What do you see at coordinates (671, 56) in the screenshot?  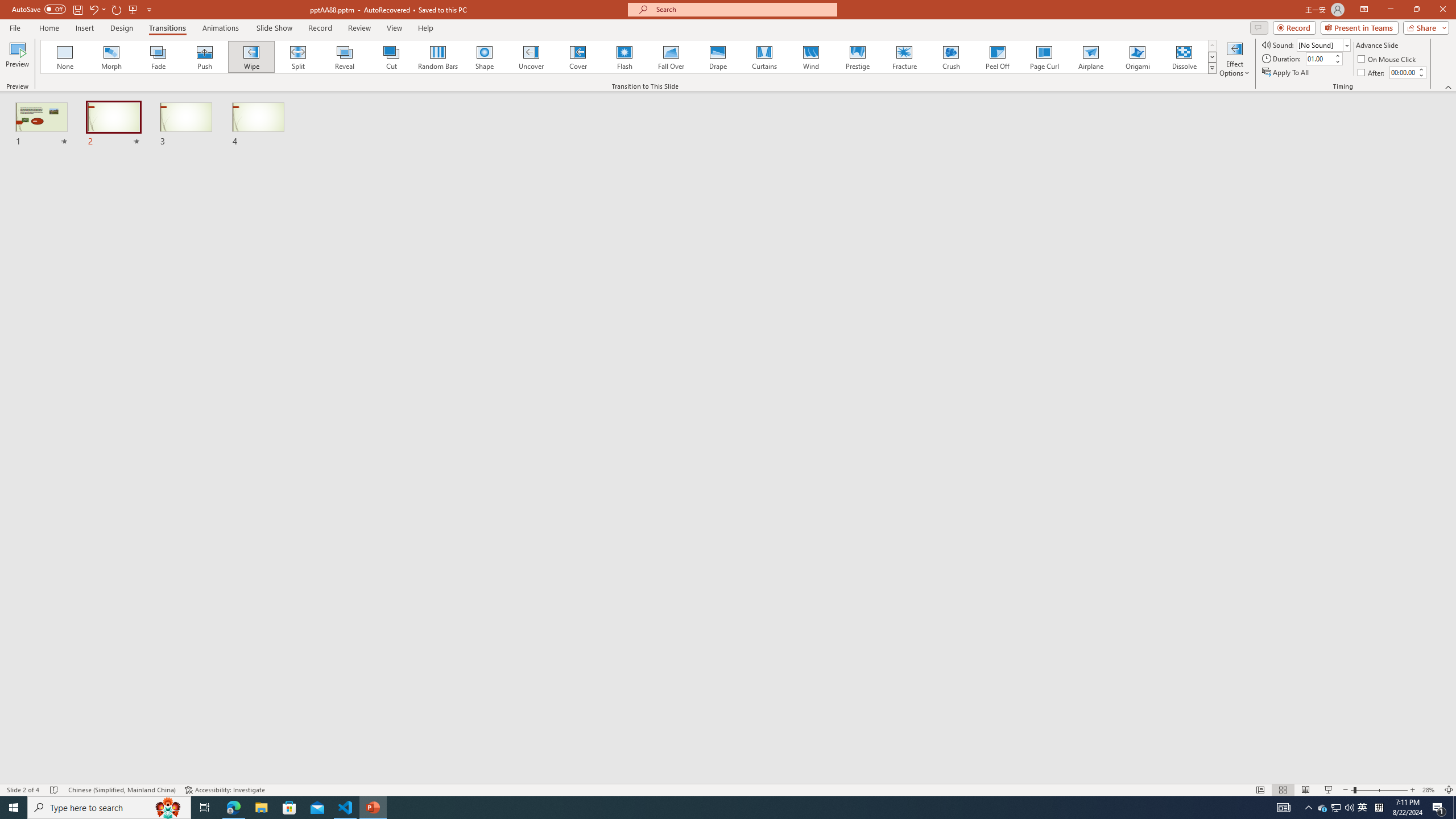 I see `'Fall Over'` at bounding box center [671, 56].